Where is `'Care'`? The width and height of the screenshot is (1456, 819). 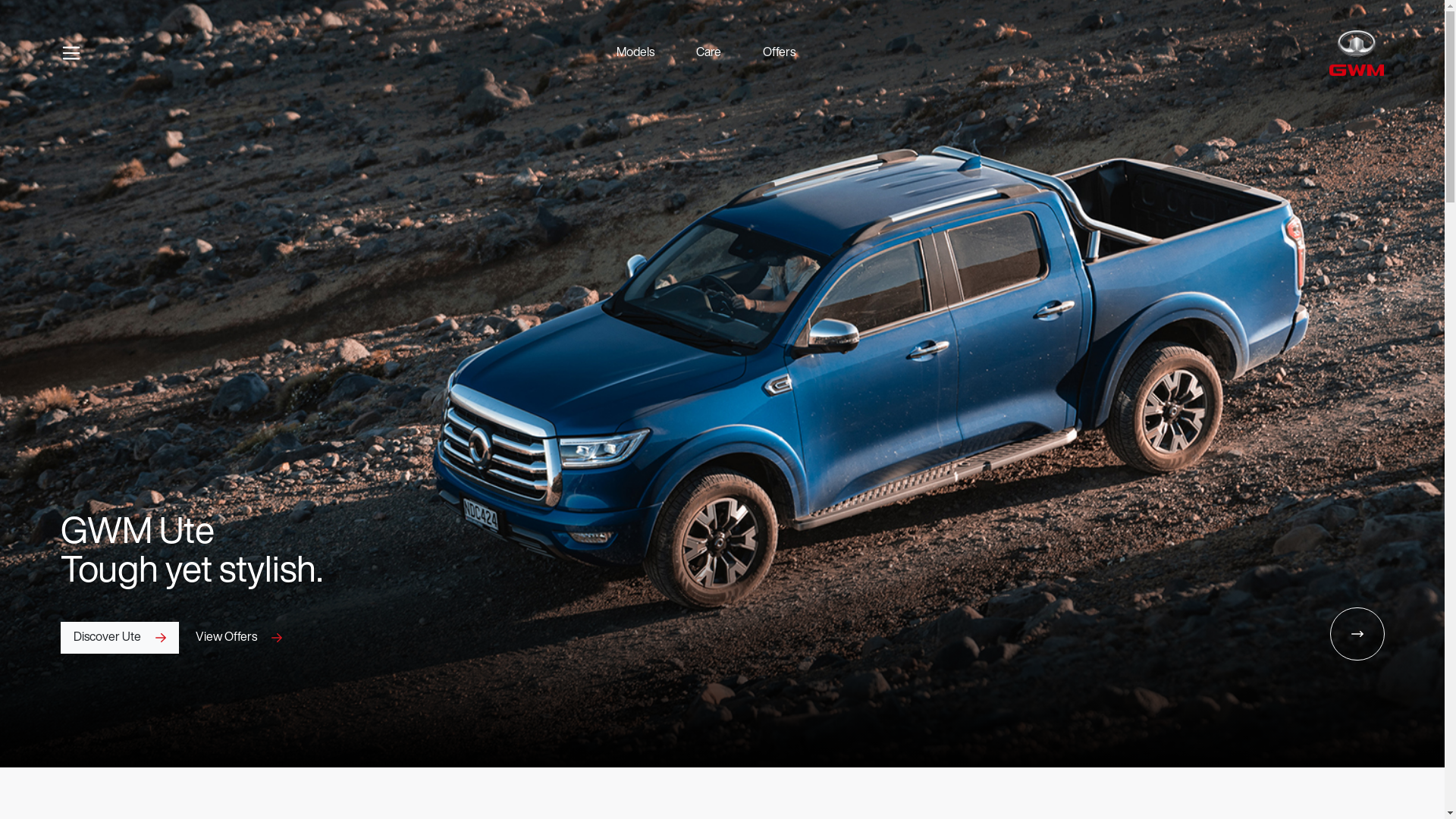
'Care' is located at coordinates (708, 52).